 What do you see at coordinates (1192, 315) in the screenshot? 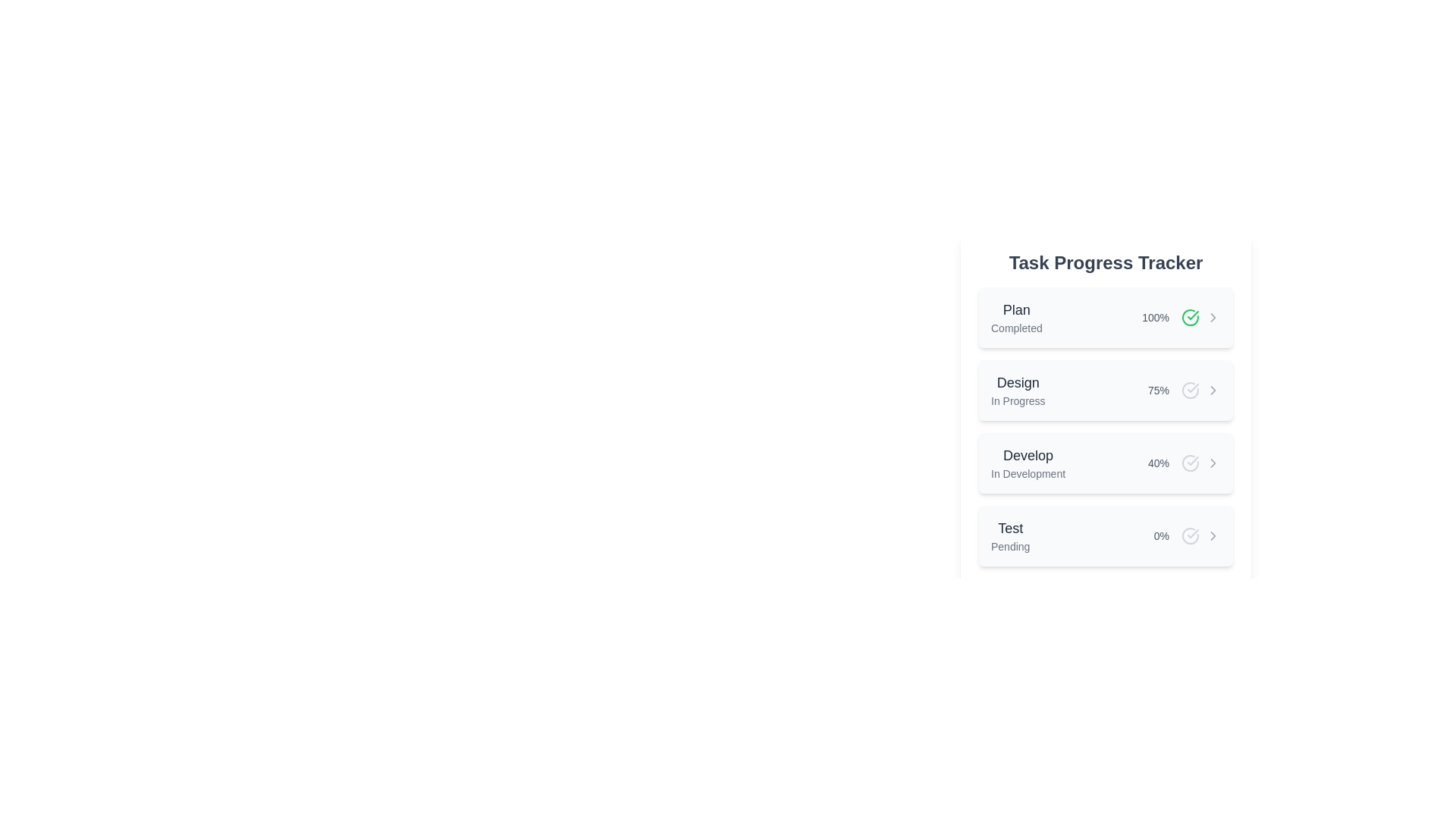
I see `the green circular checkmark icon, which is part of the 'Plan - Completed' task row in the progress tracker interface` at bounding box center [1192, 315].